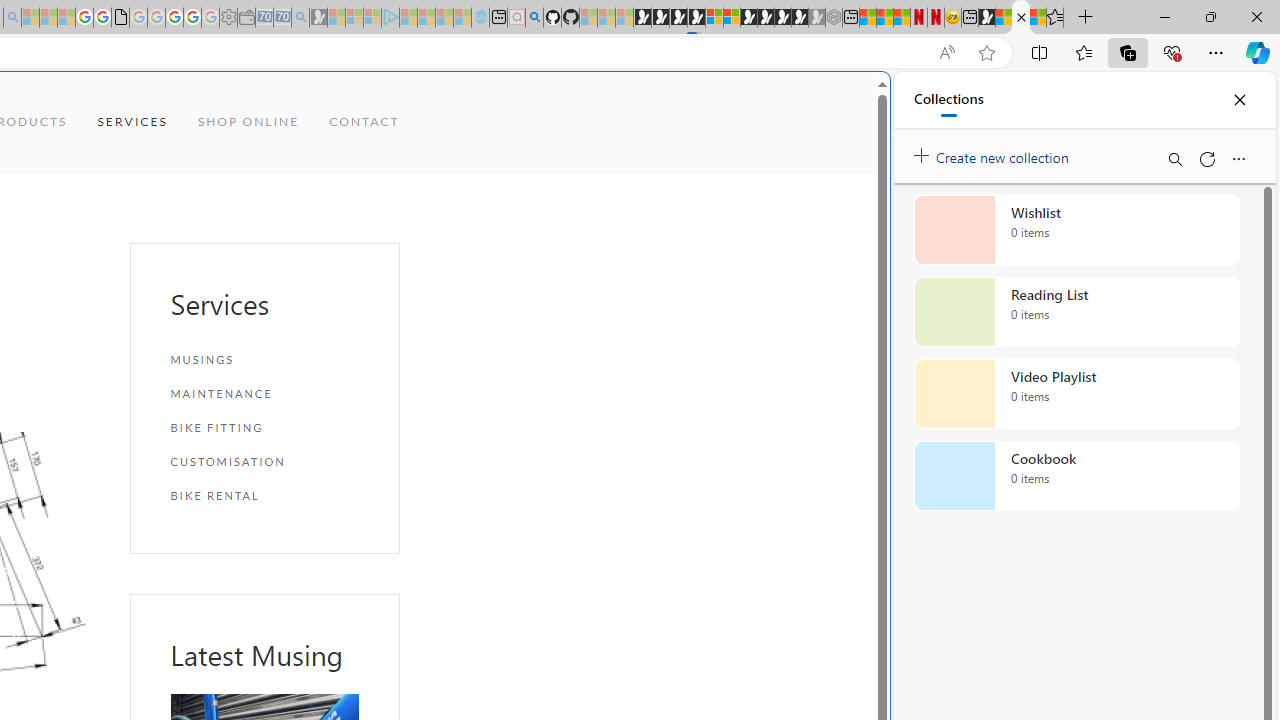 The image size is (1280, 720). What do you see at coordinates (1076, 229) in the screenshot?
I see `'Wishlist collection, 0 items'` at bounding box center [1076, 229].